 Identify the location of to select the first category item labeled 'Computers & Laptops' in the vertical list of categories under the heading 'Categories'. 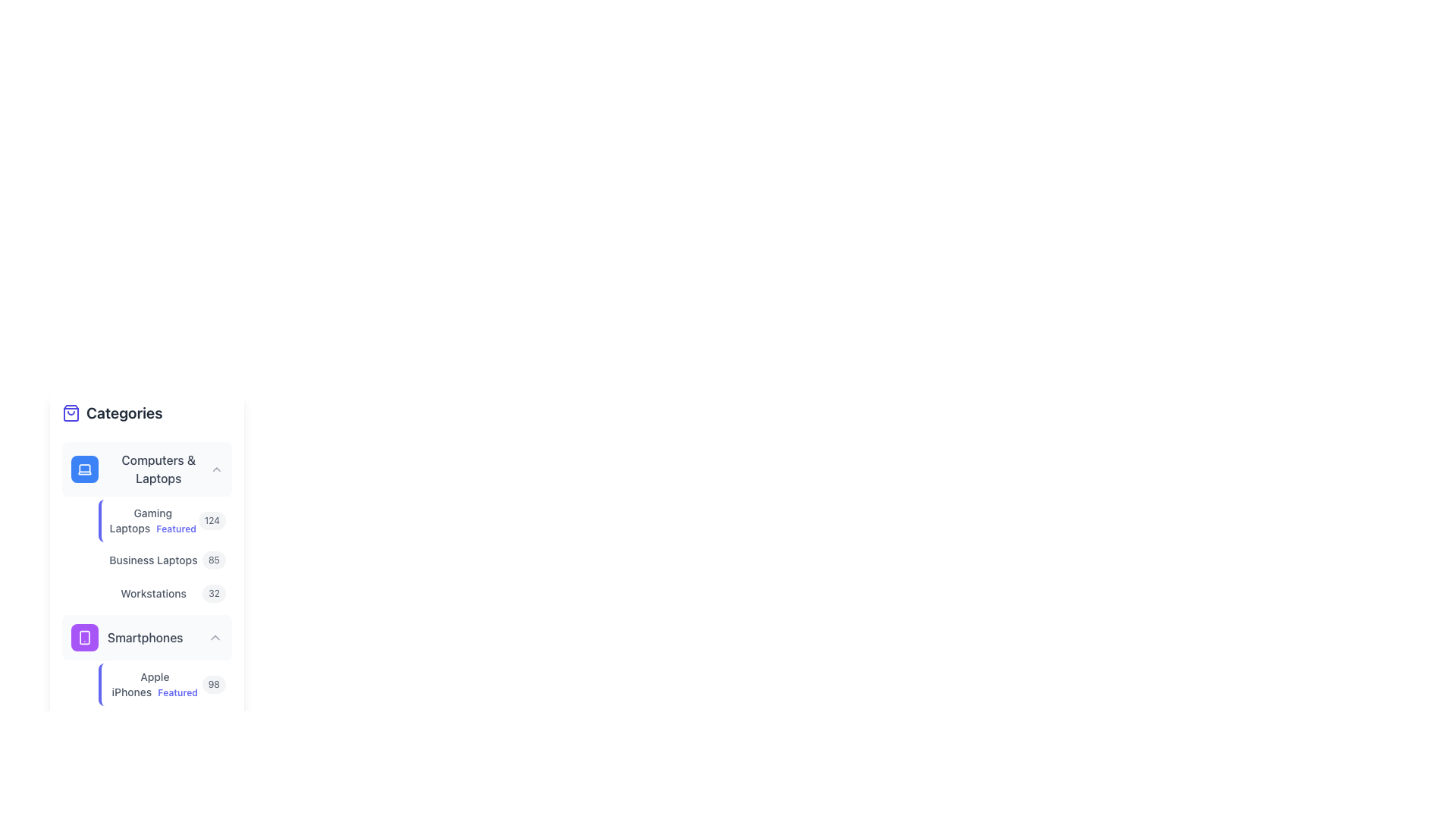
(140, 468).